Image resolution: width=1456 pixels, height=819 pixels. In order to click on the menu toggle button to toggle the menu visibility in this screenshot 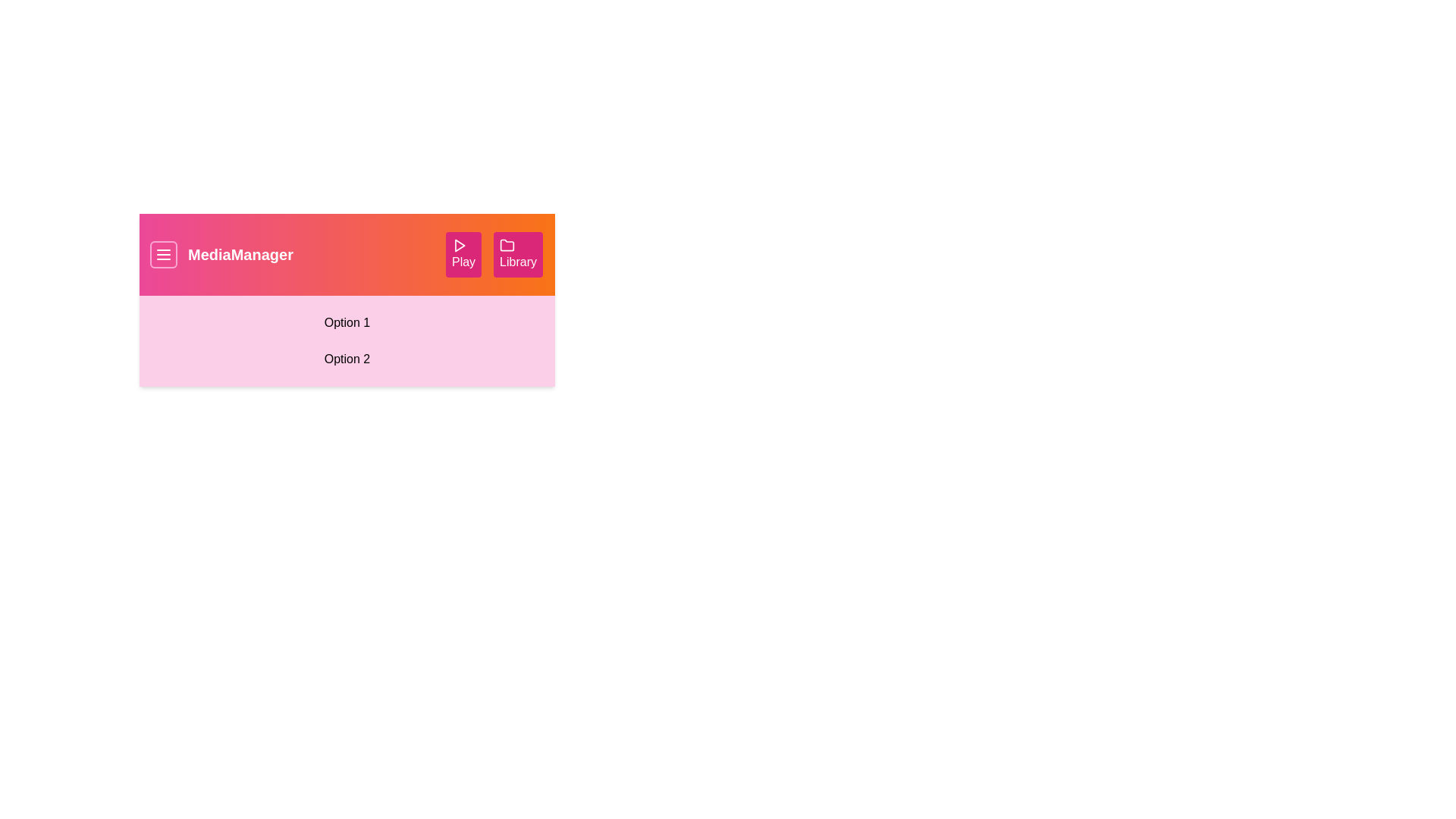, I will do `click(164, 253)`.